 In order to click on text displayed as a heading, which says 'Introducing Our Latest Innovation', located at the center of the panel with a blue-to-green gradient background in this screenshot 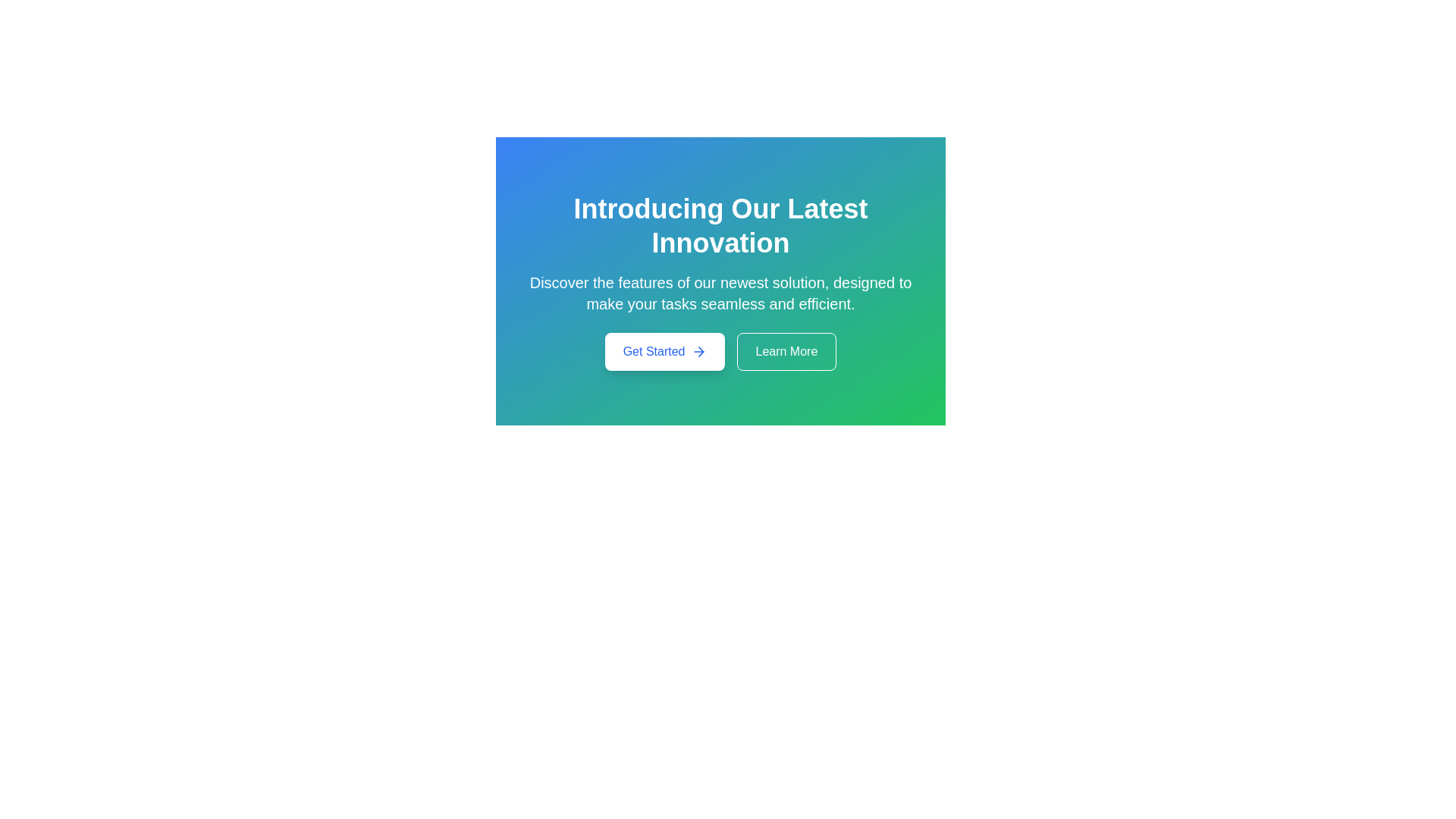, I will do `click(720, 225)`.